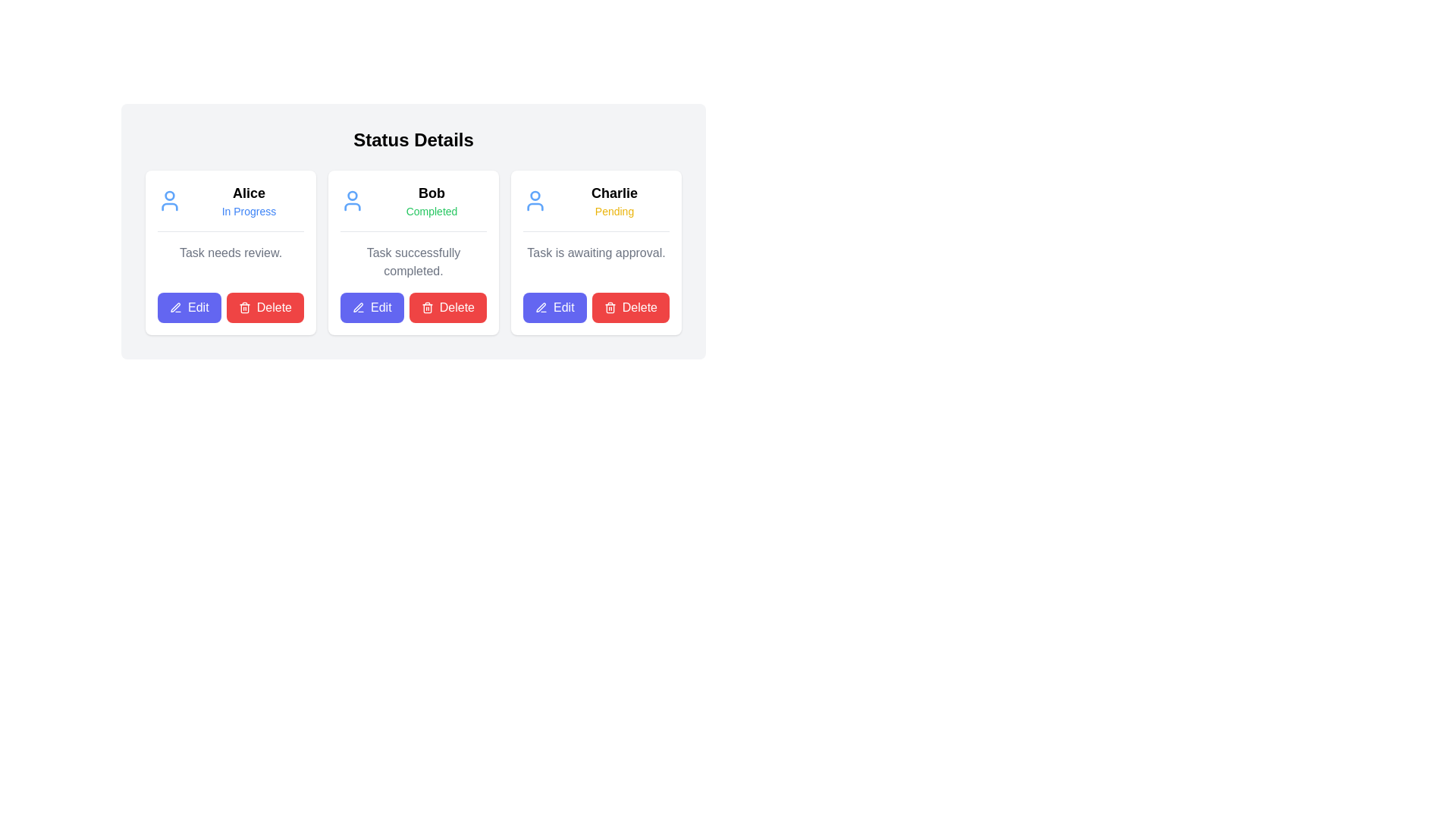 The width and height of the screenshot is (1456, 819). Describe the element at coordinates (358, 307) in the screenshot. I see `the pen-shaped edit icon located to the left within the Edit button of the second card corresponding to user 'Bob' to initiate the edit action` at that location.